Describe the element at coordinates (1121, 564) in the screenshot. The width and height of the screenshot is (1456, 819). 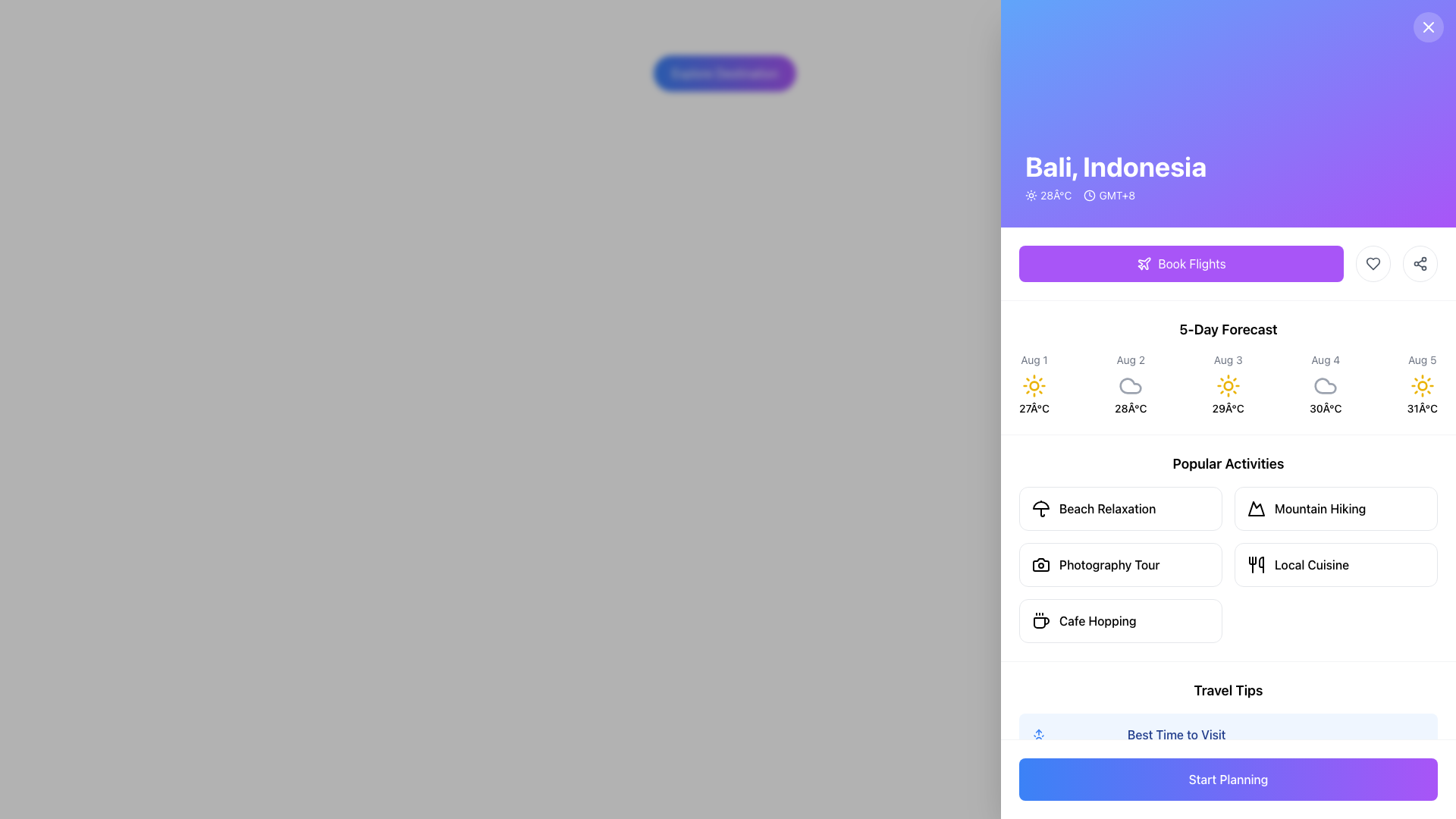
I see `the third interactive card` at that location.